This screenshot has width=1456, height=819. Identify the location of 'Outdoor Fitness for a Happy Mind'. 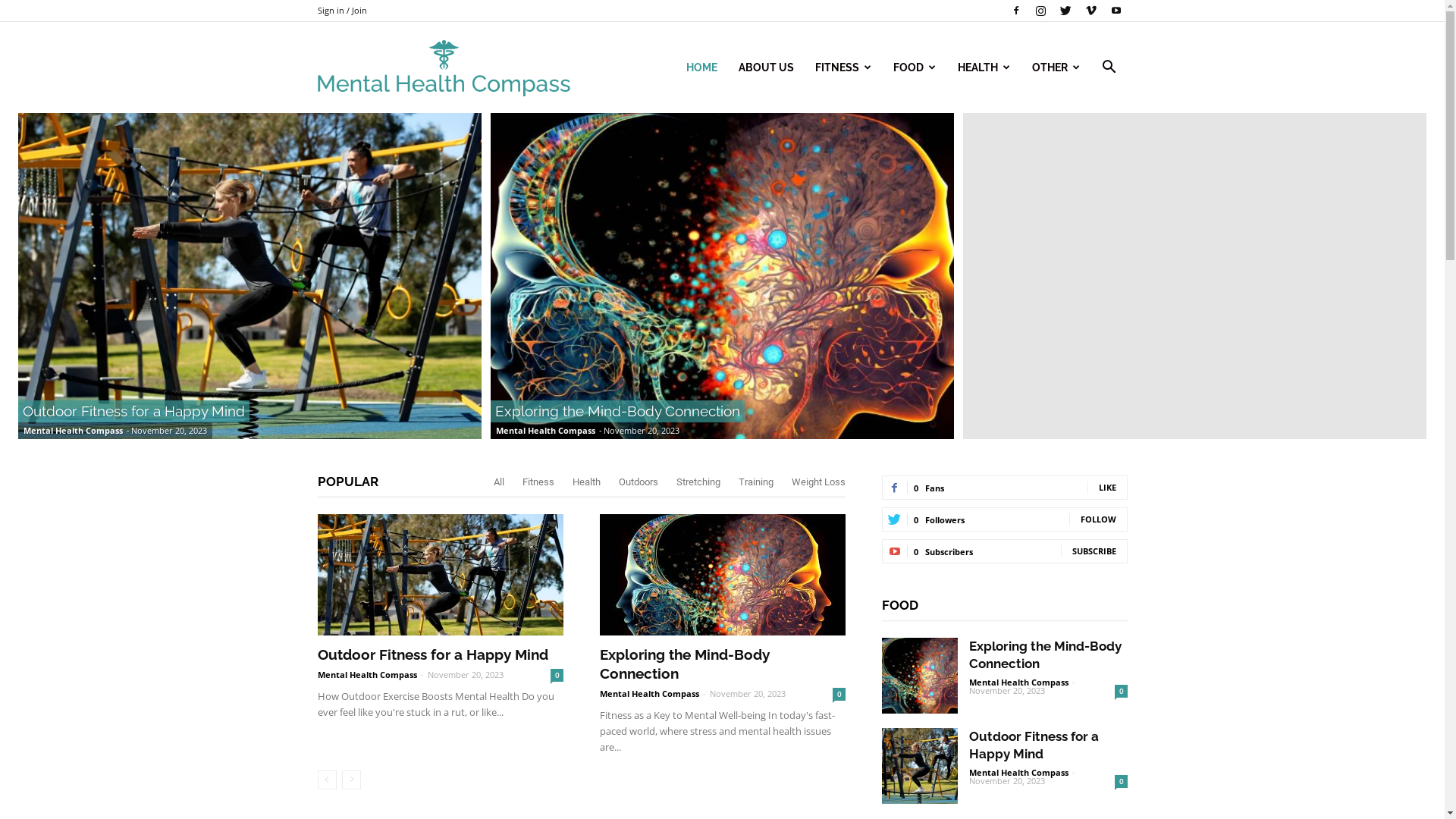
(249, 275).